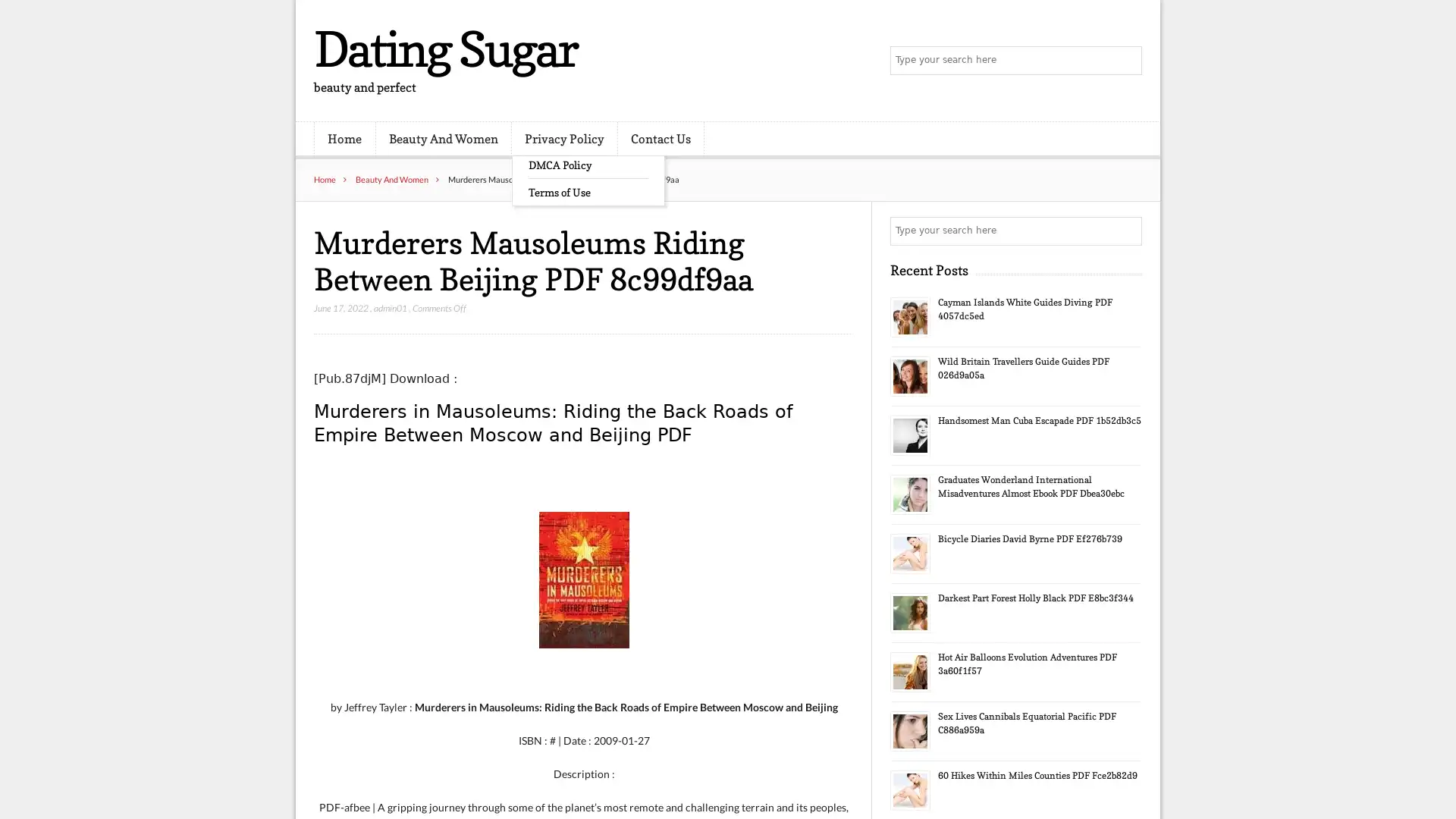 The width and height of the screenshot is (1456, 819). What do you see at coordinates (1126, 231) in the screenshot?
I see `Search` at bounding box center [1126, 231].